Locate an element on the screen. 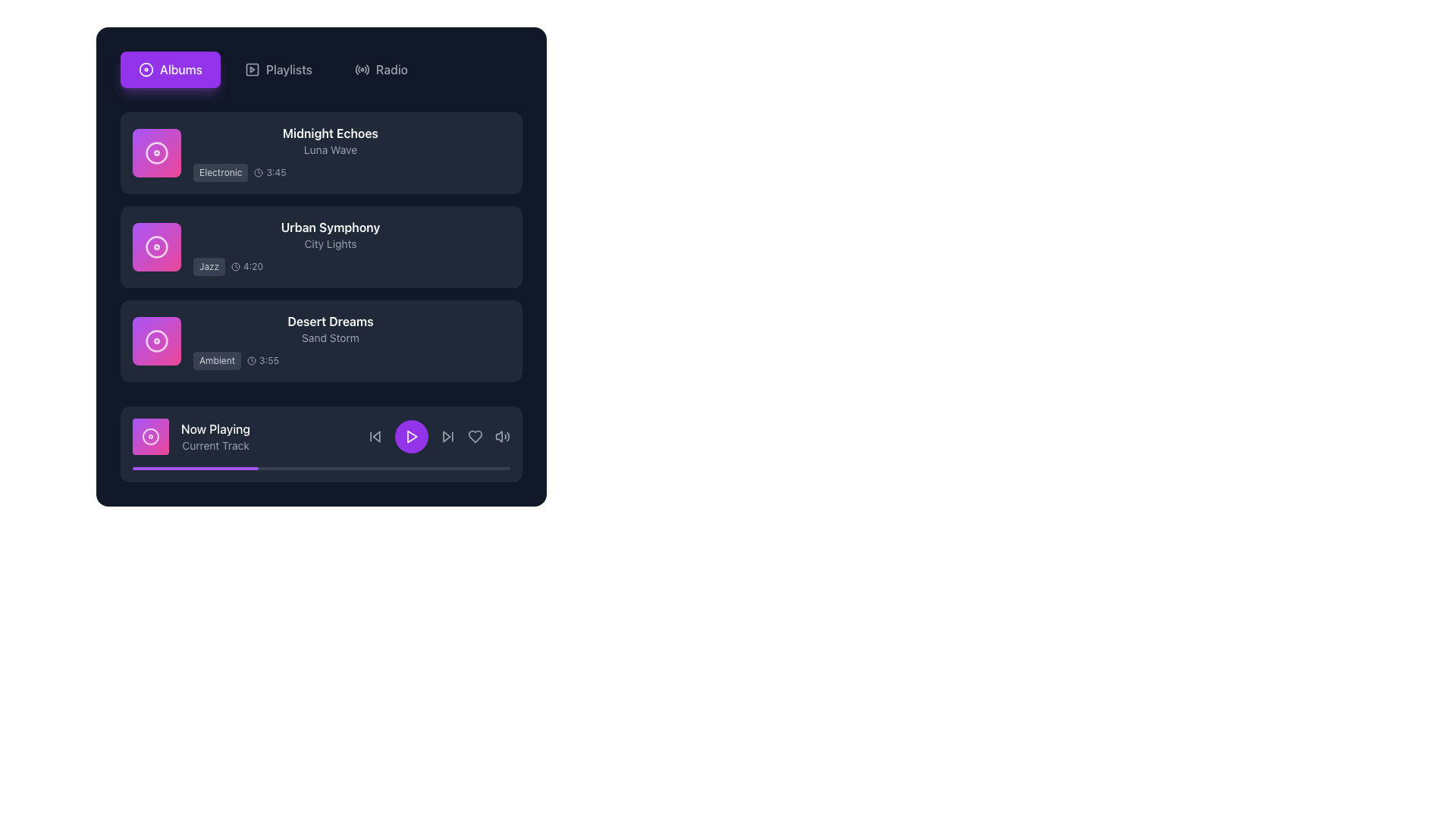 This screenshot has height=819, width=1456. the sound settings button located at the rightmost side of the playback control bar to change its appearance is located at coordinates (502, 436).